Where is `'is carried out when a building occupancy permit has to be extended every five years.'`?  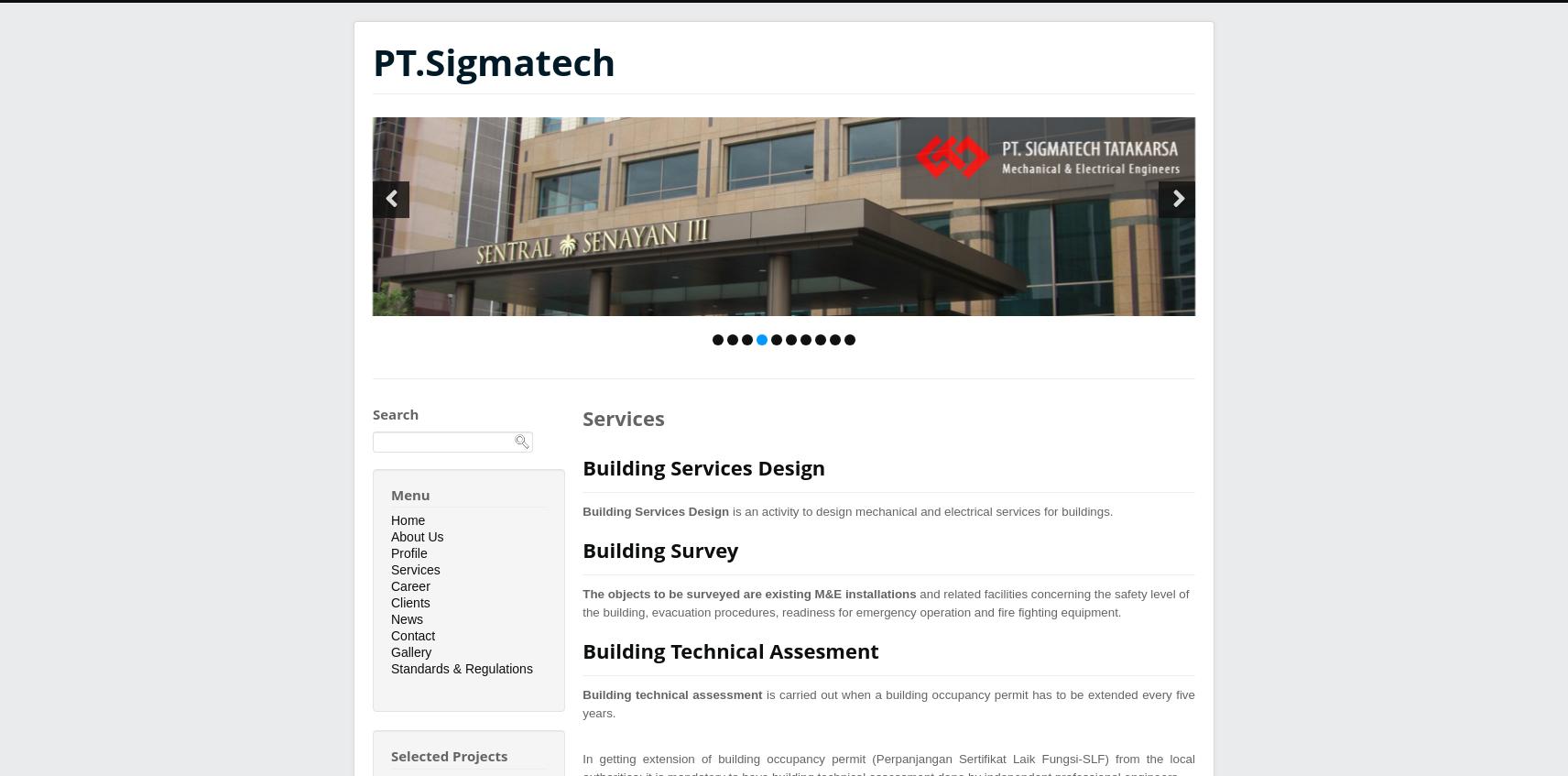 'is carried out when a building occupancy permit has to be extended every five years.' is located at coordinates (582, 703).